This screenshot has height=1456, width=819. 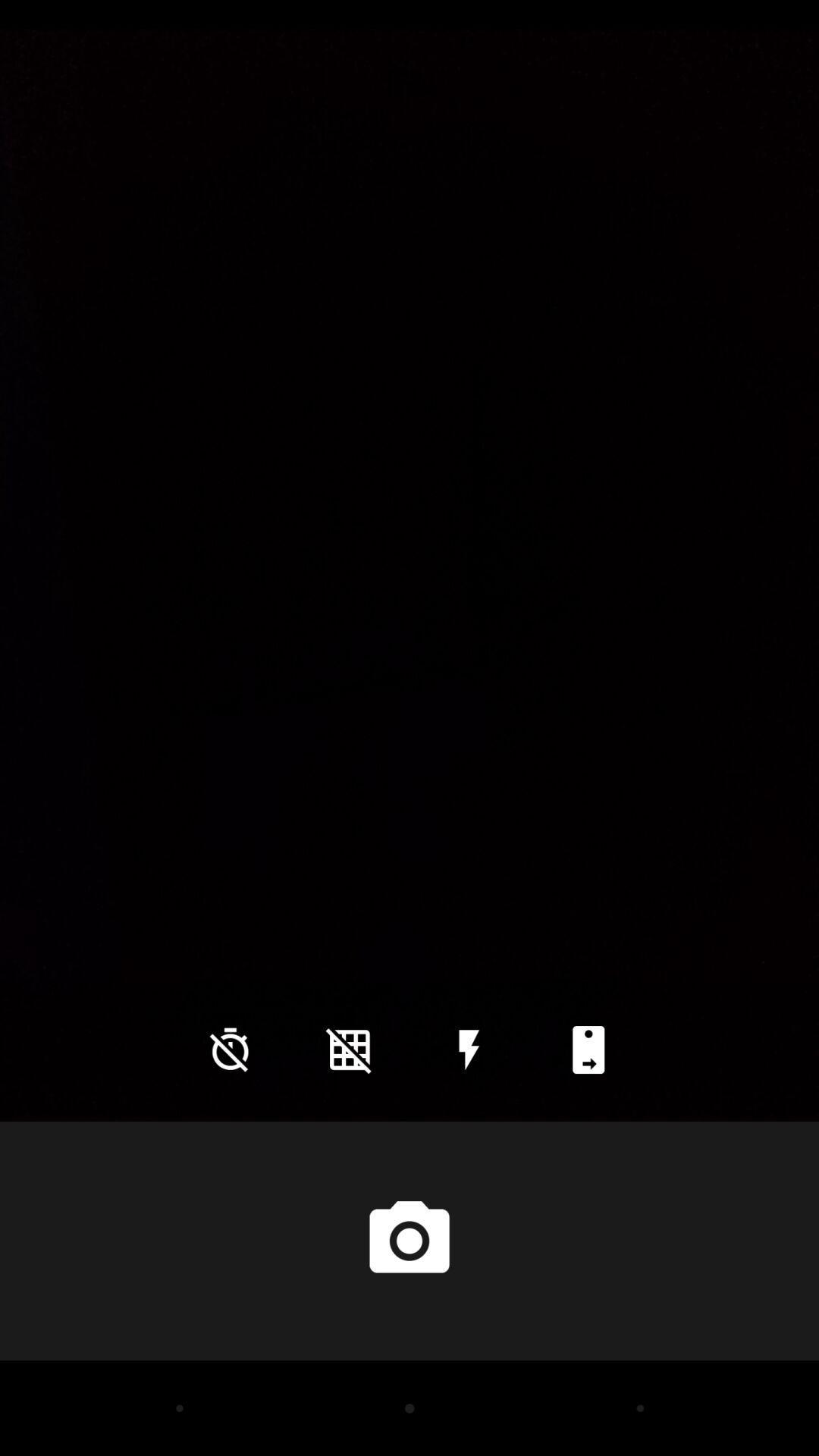 What do you see at coordinates (230, 1049) in the screenshot?
I see `the item at the bottom left corner` at bounding box center [230, 1049].